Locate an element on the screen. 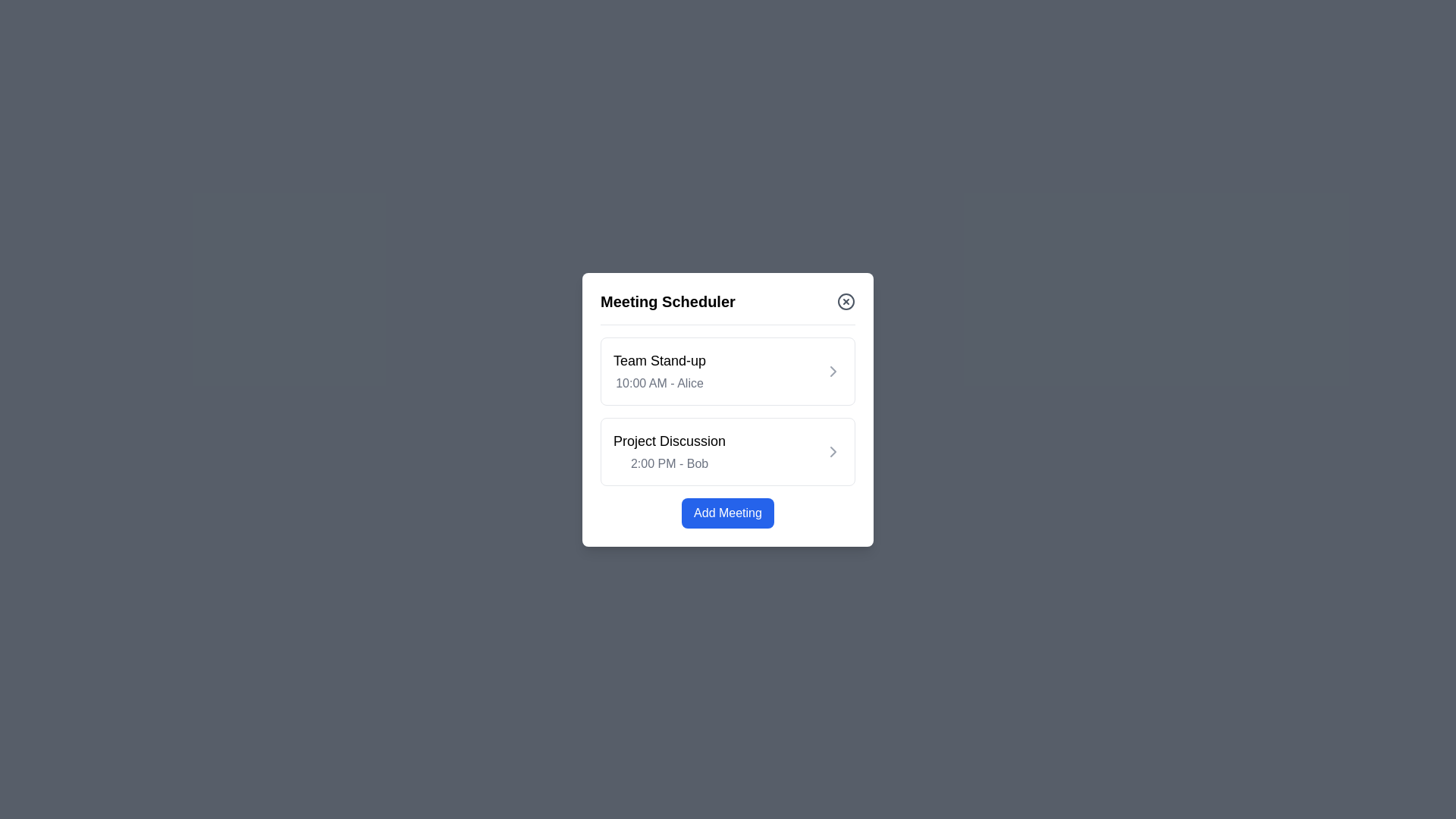 The width and height of the screenshot is (1456, 819). the right-pointing chevron icon located at the far right of the 'Team Stand-up' list item is located at coordinates (833, 371).